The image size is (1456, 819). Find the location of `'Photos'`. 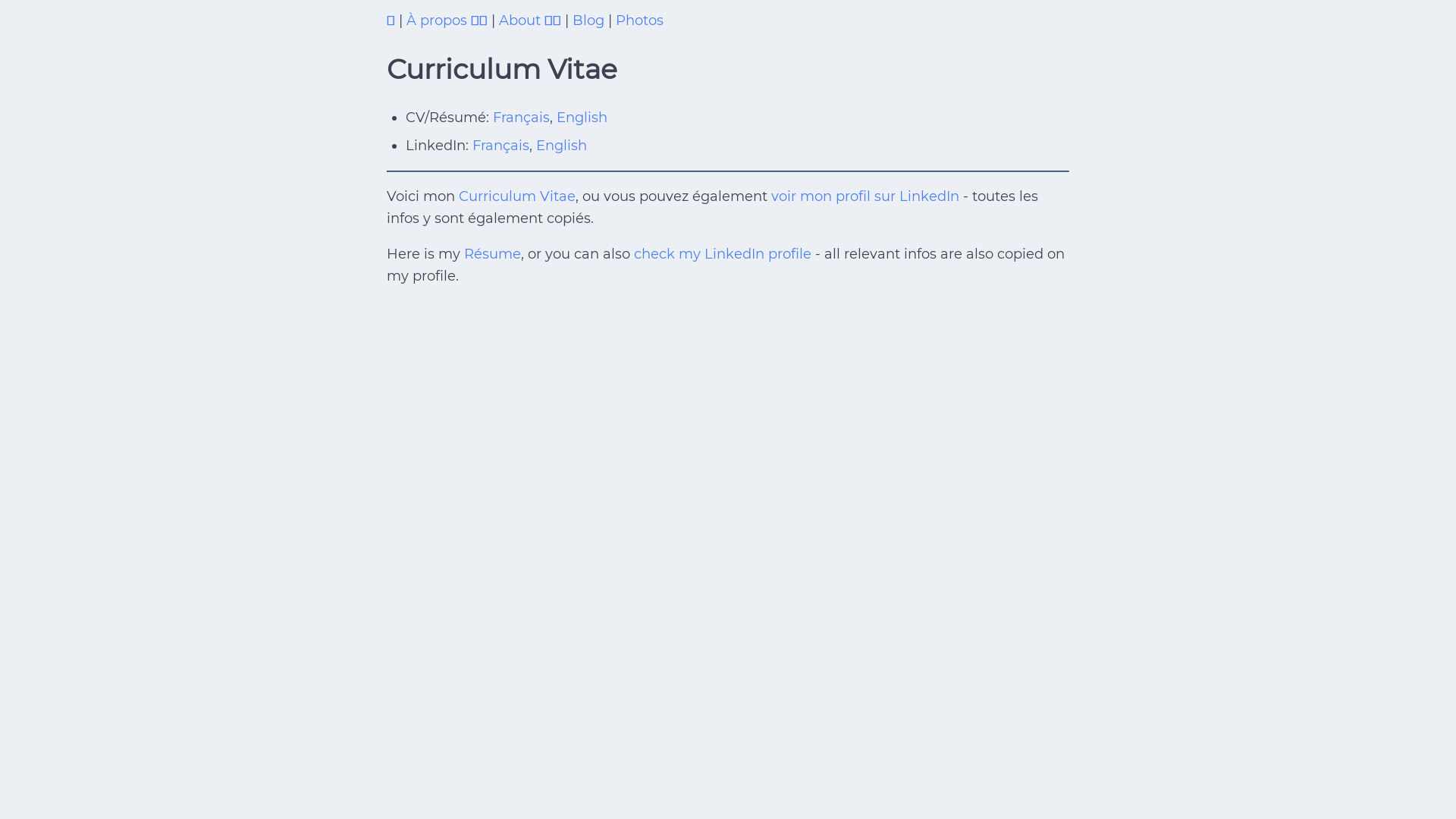

'Photos' is located at coordinates (639, 20).